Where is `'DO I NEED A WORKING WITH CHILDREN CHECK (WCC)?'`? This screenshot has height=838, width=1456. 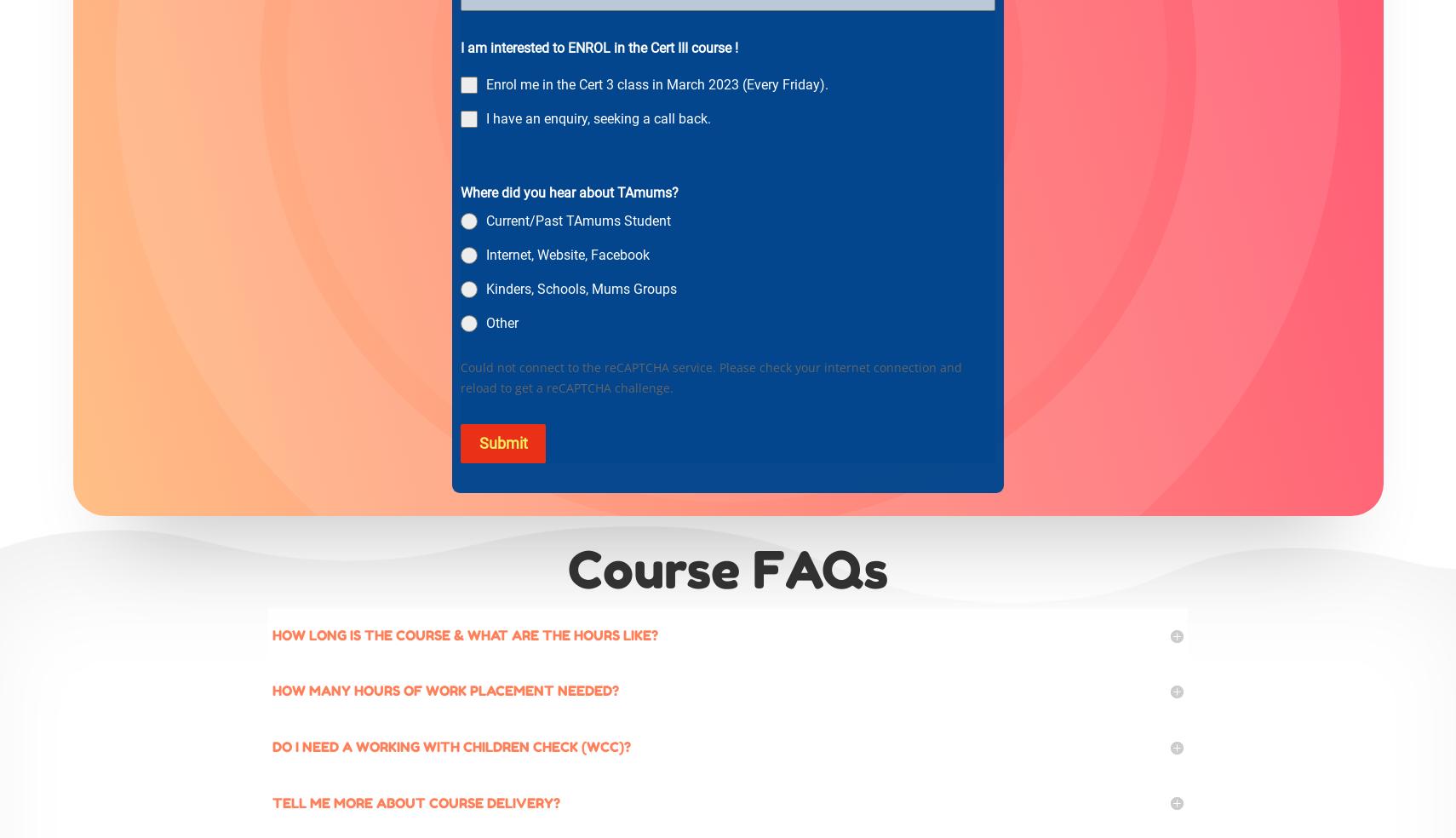
'DO I NEED A WORKING WITH CHILDREN CHECK (WCC)?' is located at coordinates (451, 747).